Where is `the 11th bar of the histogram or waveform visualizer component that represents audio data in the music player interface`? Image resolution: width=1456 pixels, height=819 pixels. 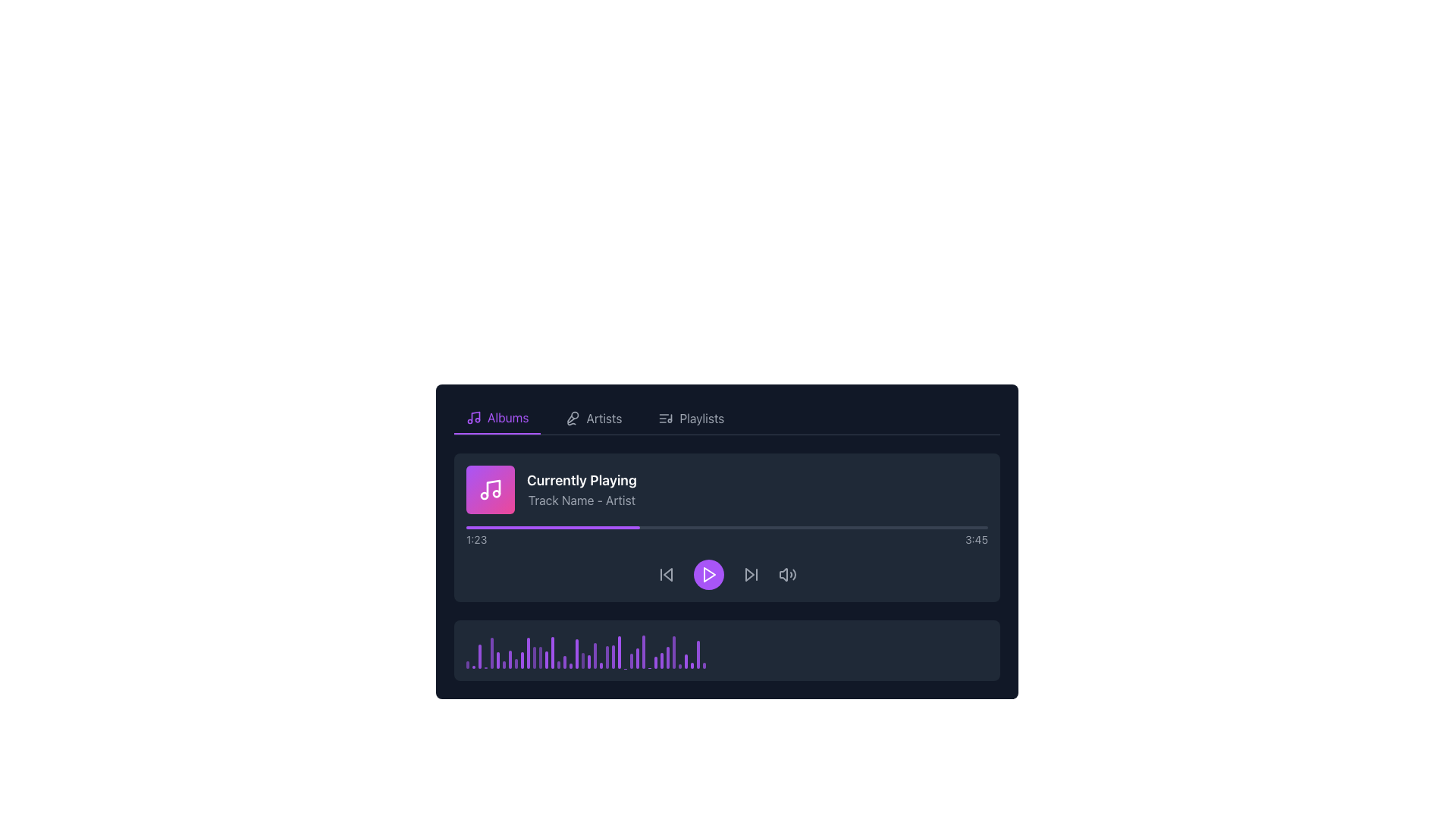
the 11th bar of the histogram or waveform visualizer component that represents audio data in the music player interface is located at coordinates (528, 651).